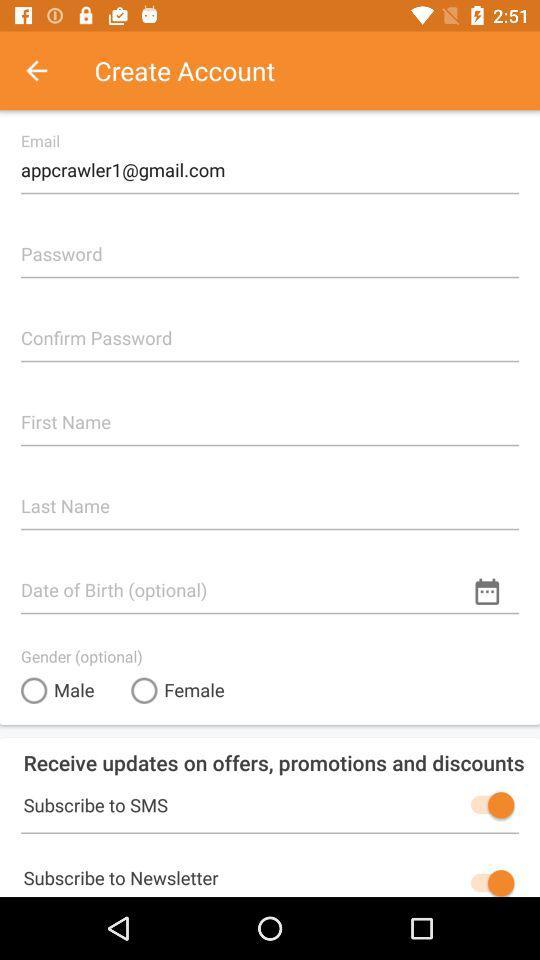 This screenshot has height=960, width=540. I want to click on item to the left of female icon, so click(57, 690).